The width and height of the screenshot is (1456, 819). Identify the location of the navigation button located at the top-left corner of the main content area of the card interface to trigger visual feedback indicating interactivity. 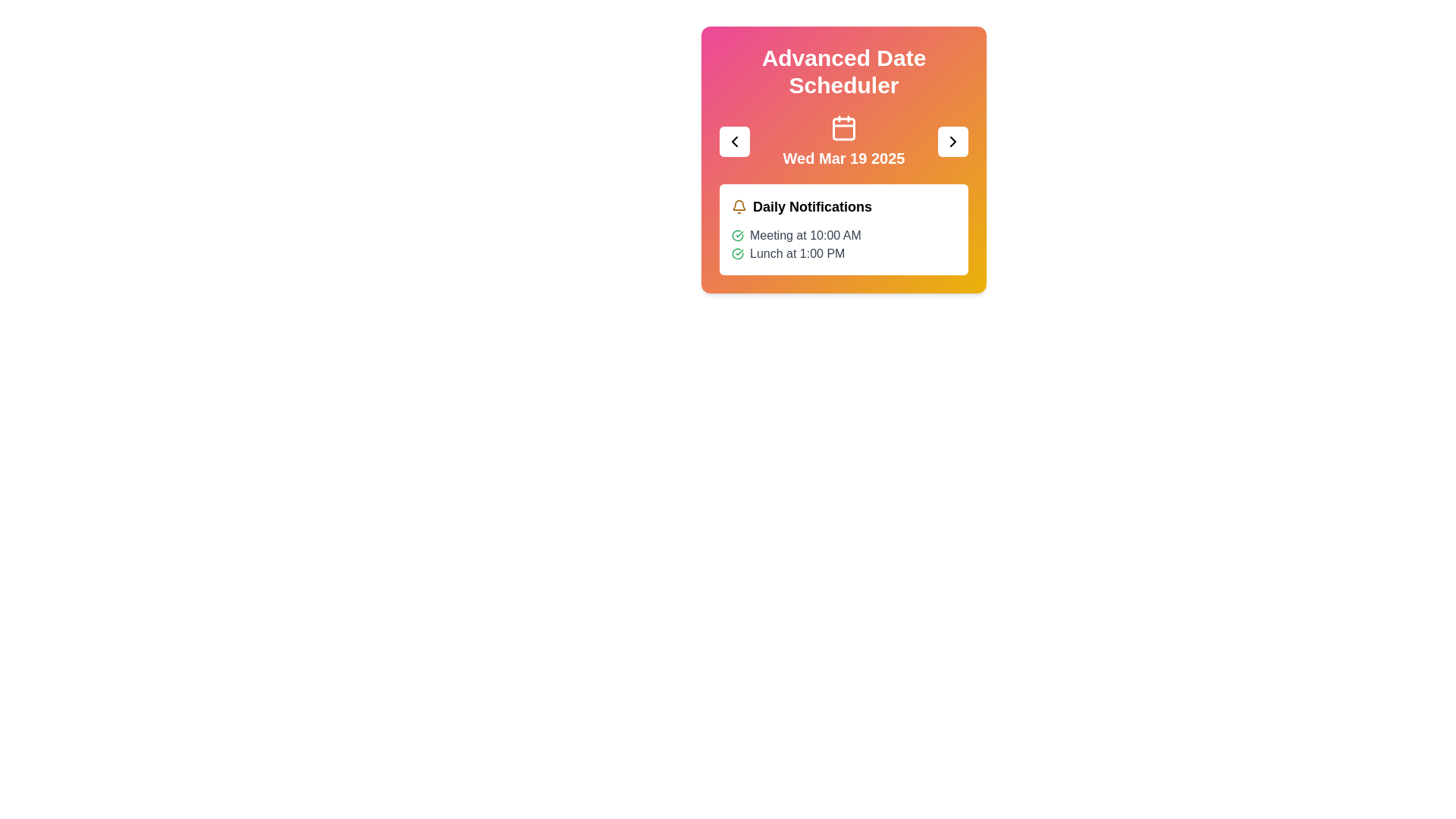
(735, 141).